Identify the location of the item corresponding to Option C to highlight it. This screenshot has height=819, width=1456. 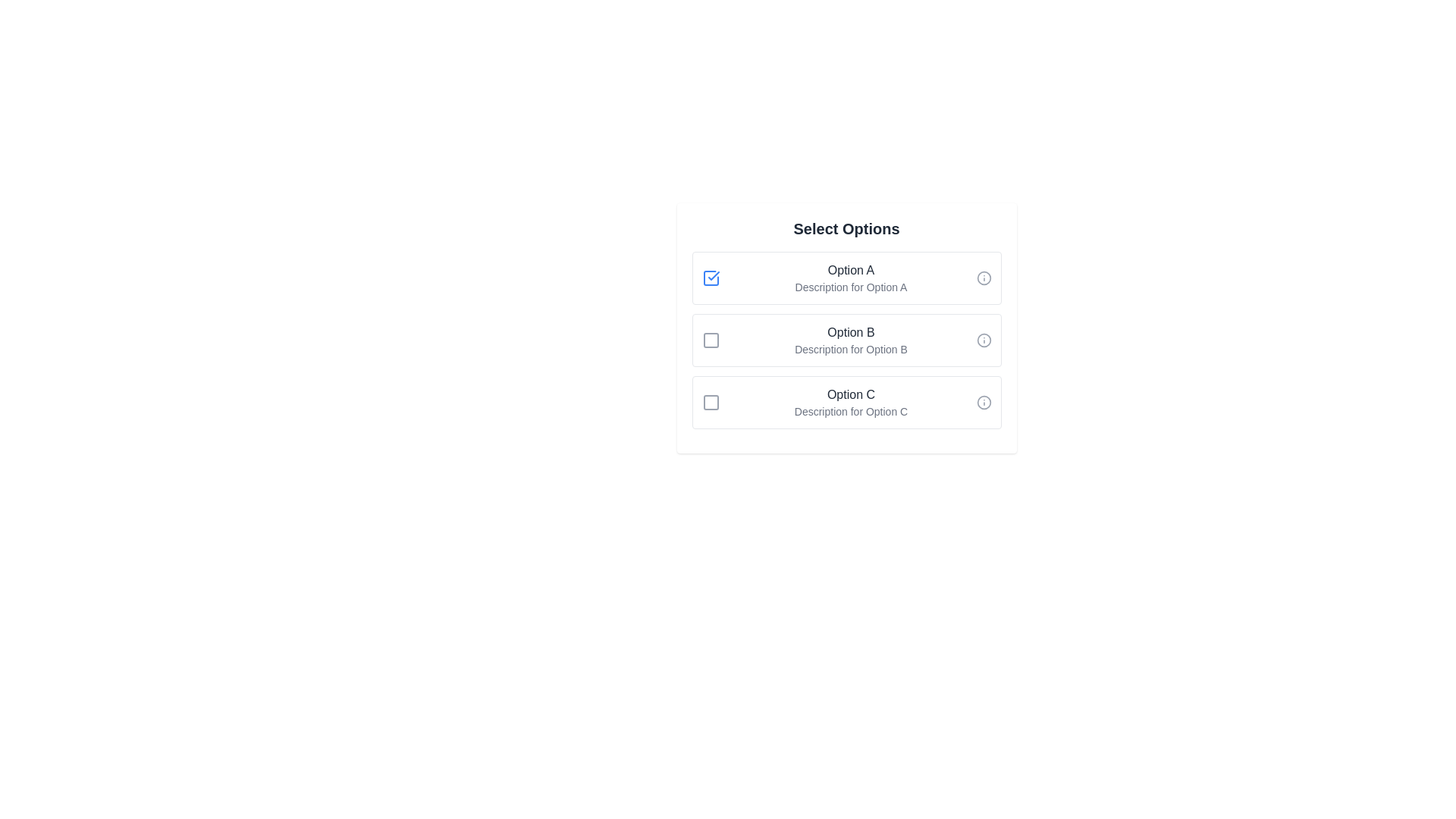
(846, 402).